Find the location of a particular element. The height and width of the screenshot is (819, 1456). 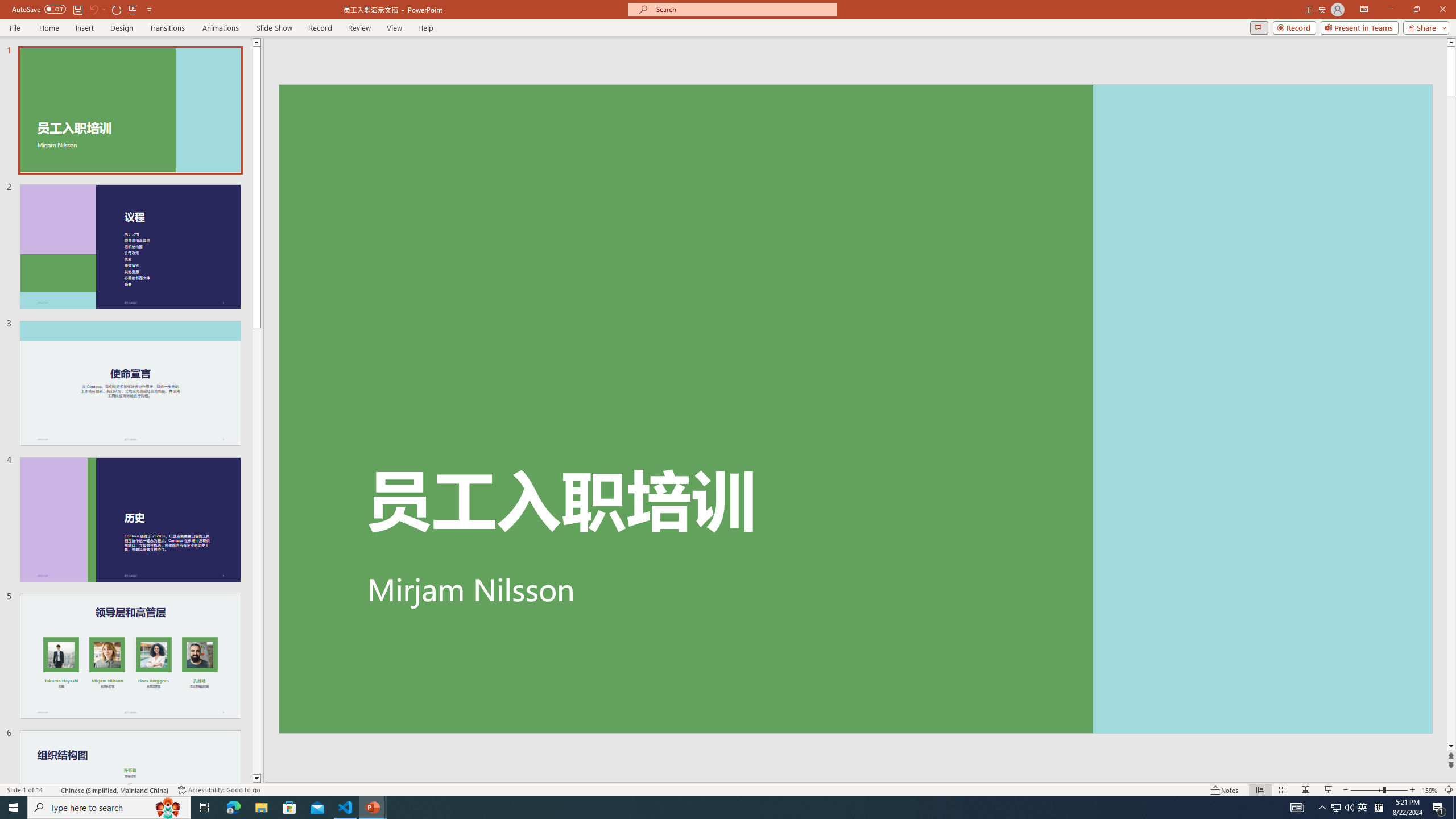

'Spell Check ' is located at coordinates (53, 790).